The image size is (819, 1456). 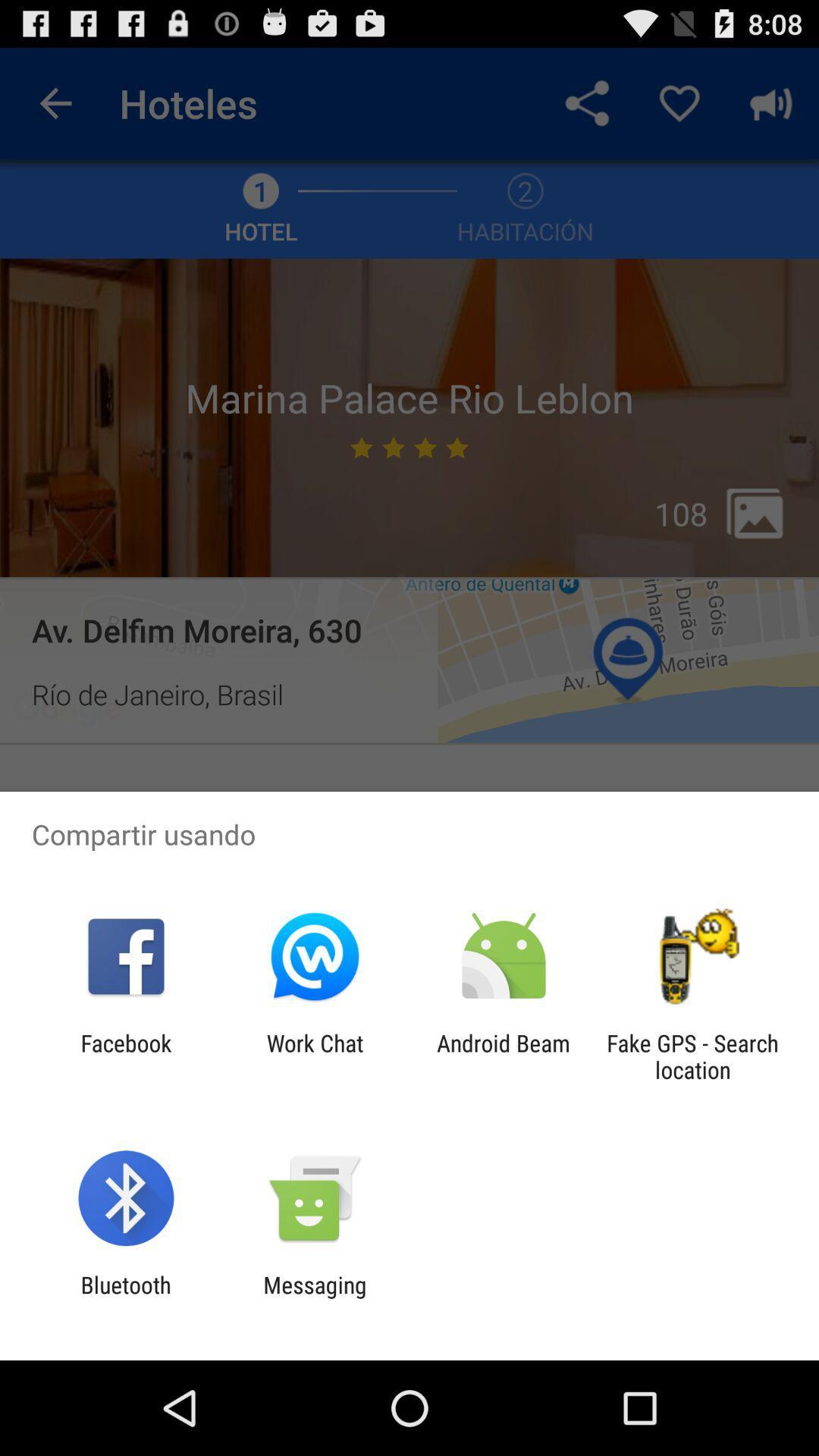 I want to click on the icon to the right of work chat icon, so click(x=504, y=1056).